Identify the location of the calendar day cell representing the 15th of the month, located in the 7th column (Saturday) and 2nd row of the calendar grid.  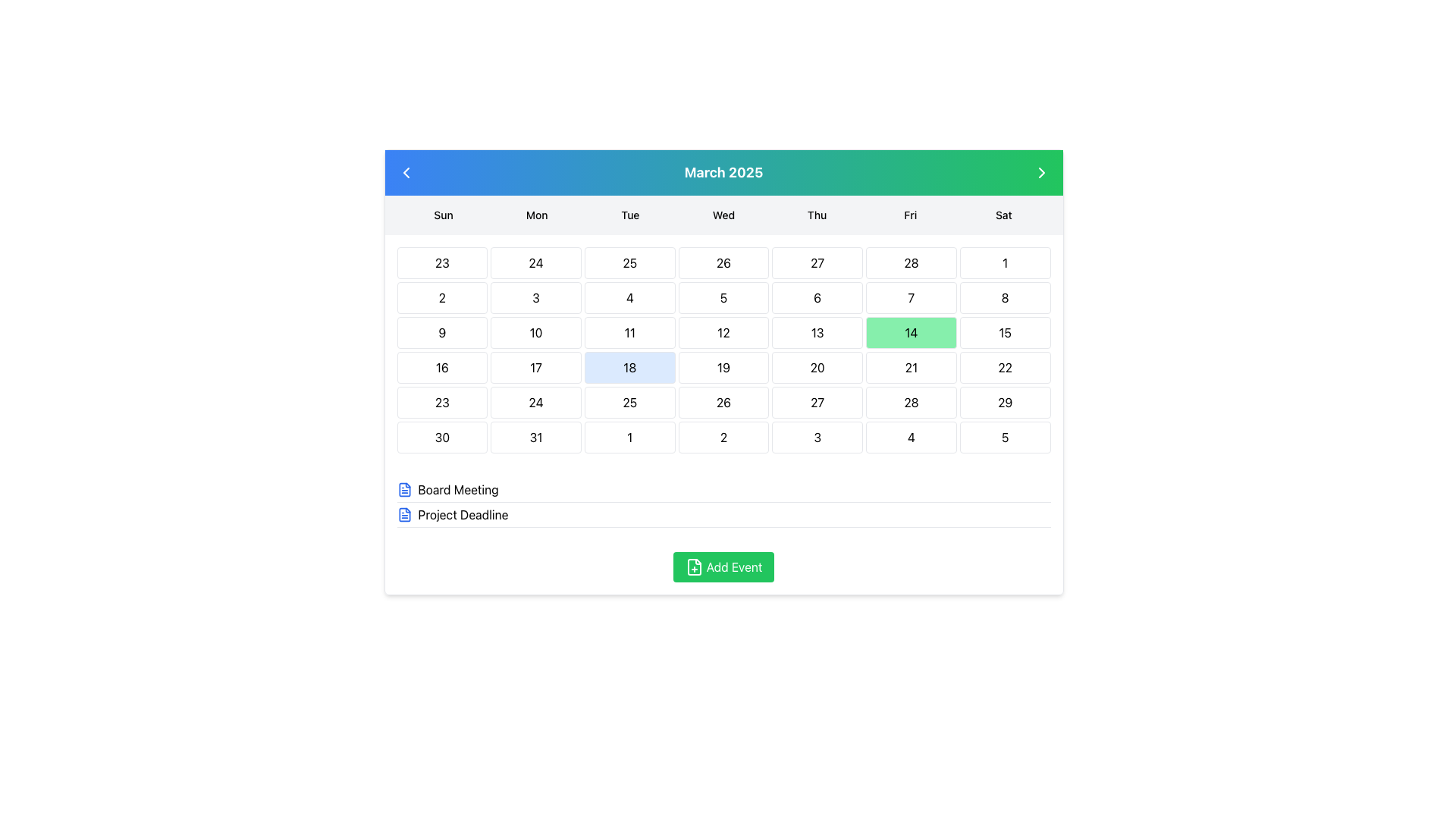
(1005, 332).